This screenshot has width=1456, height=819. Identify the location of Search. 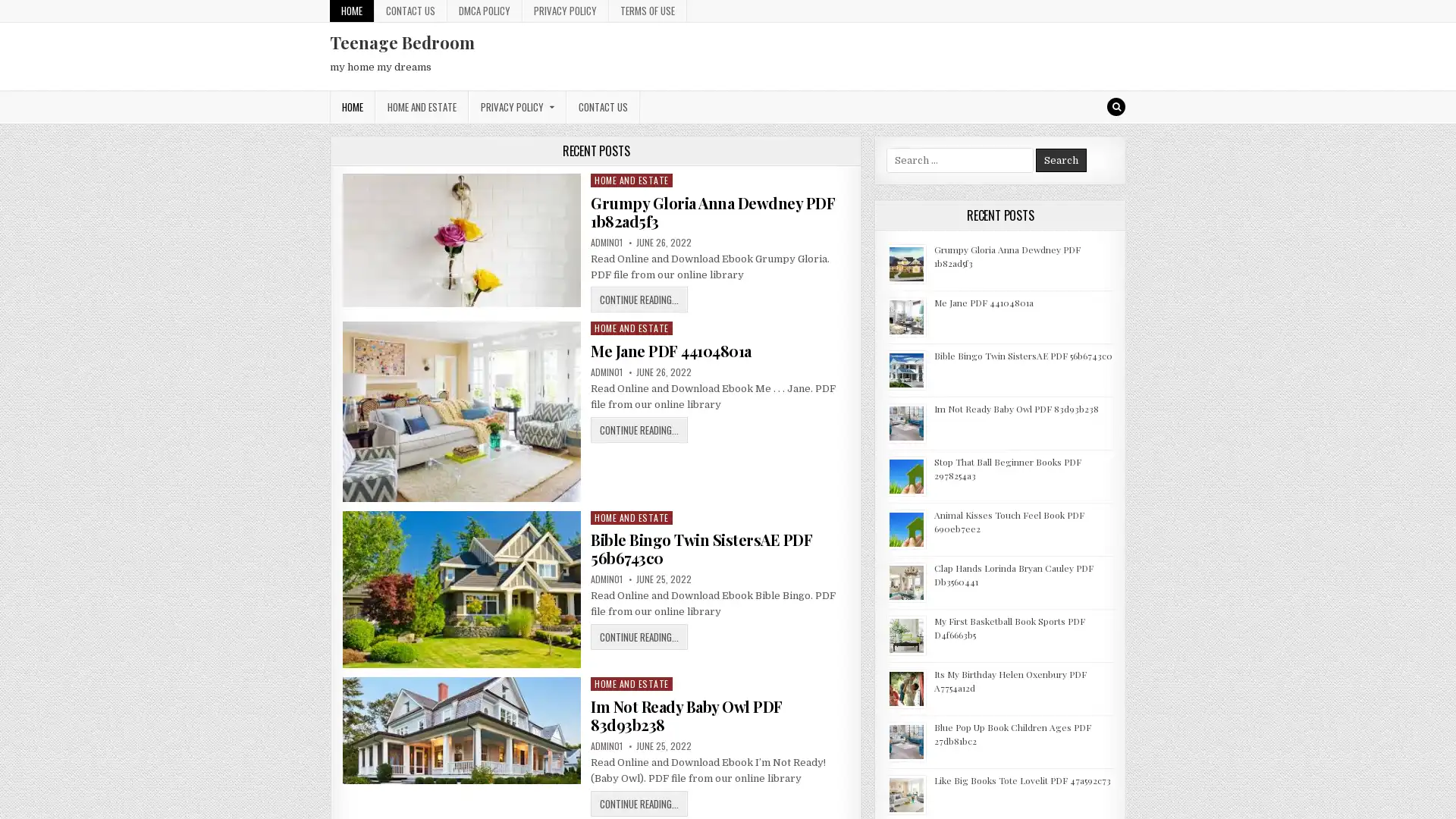
(1060, 160).